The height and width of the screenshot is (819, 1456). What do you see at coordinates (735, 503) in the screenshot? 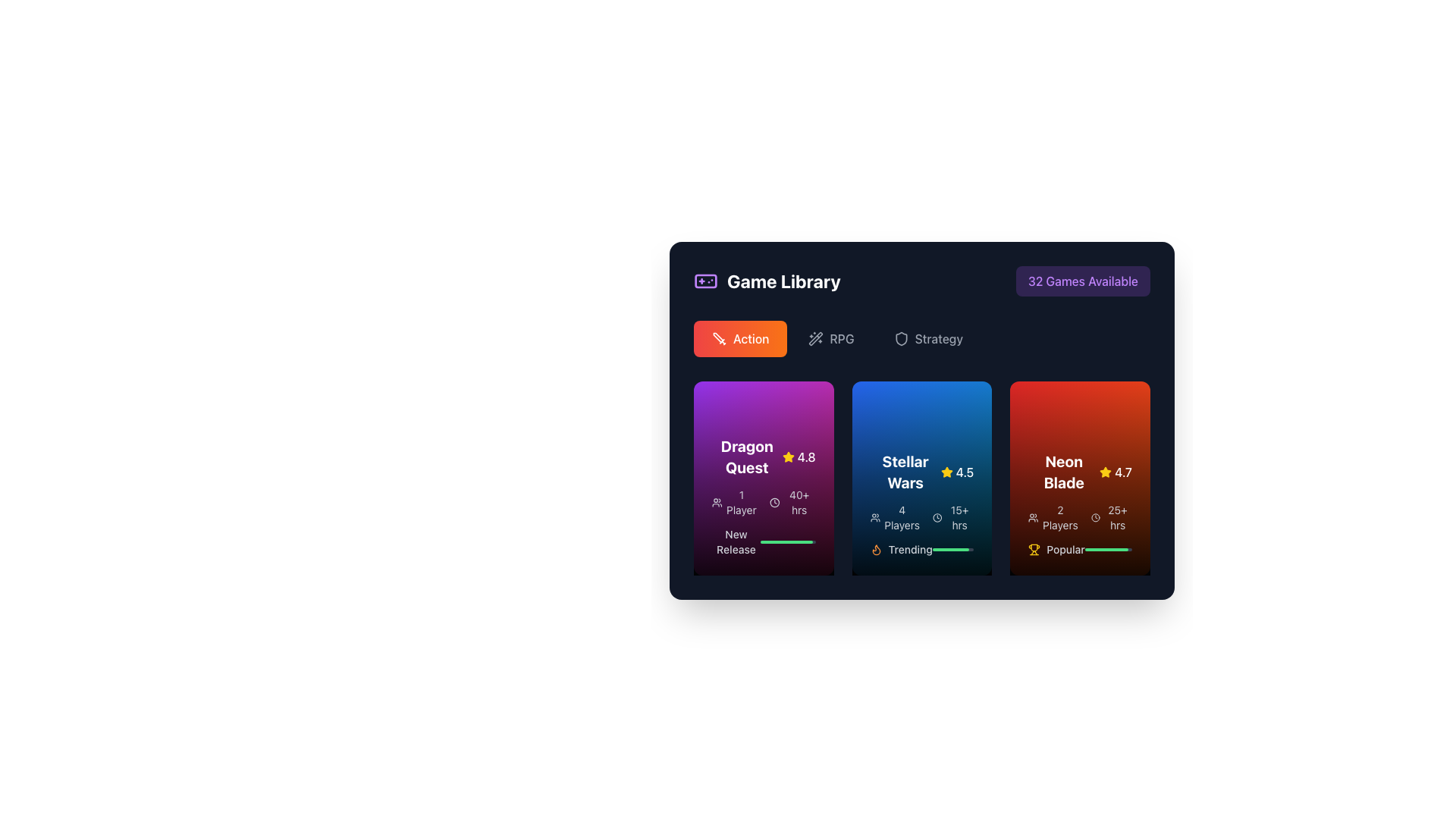
I see `the label displaying '1 Player' with a light gray text on a dark purple background, located under 'Dragon Quest' and to the left of '40+ hrs'` at bounding box center [735, 503].